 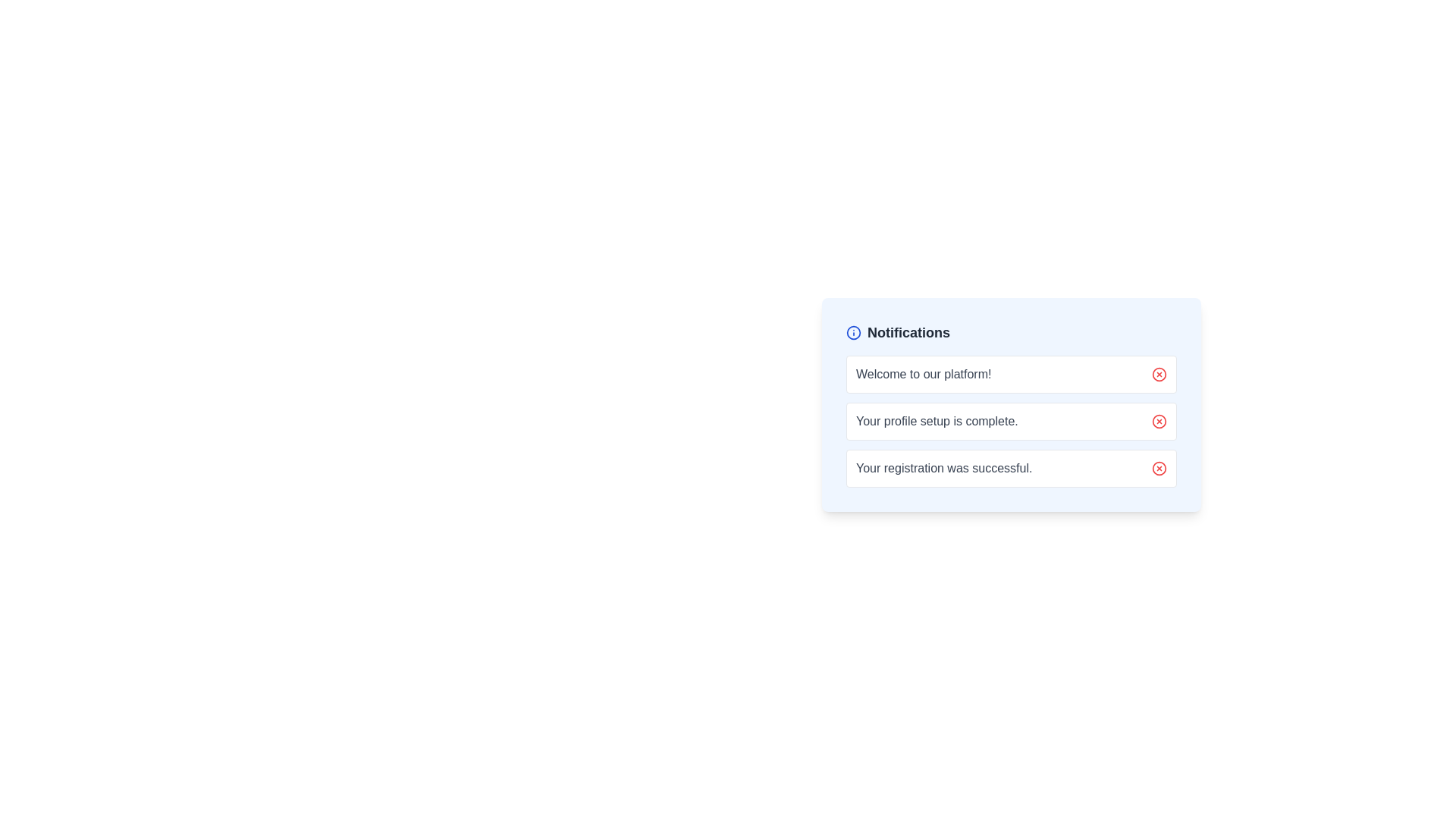 What do you see at coordinates (1012, 403) in the screenshot?
I see `the second notification message that displays 'Your profile setup is complete.'` at bounding box center [1012, 403].